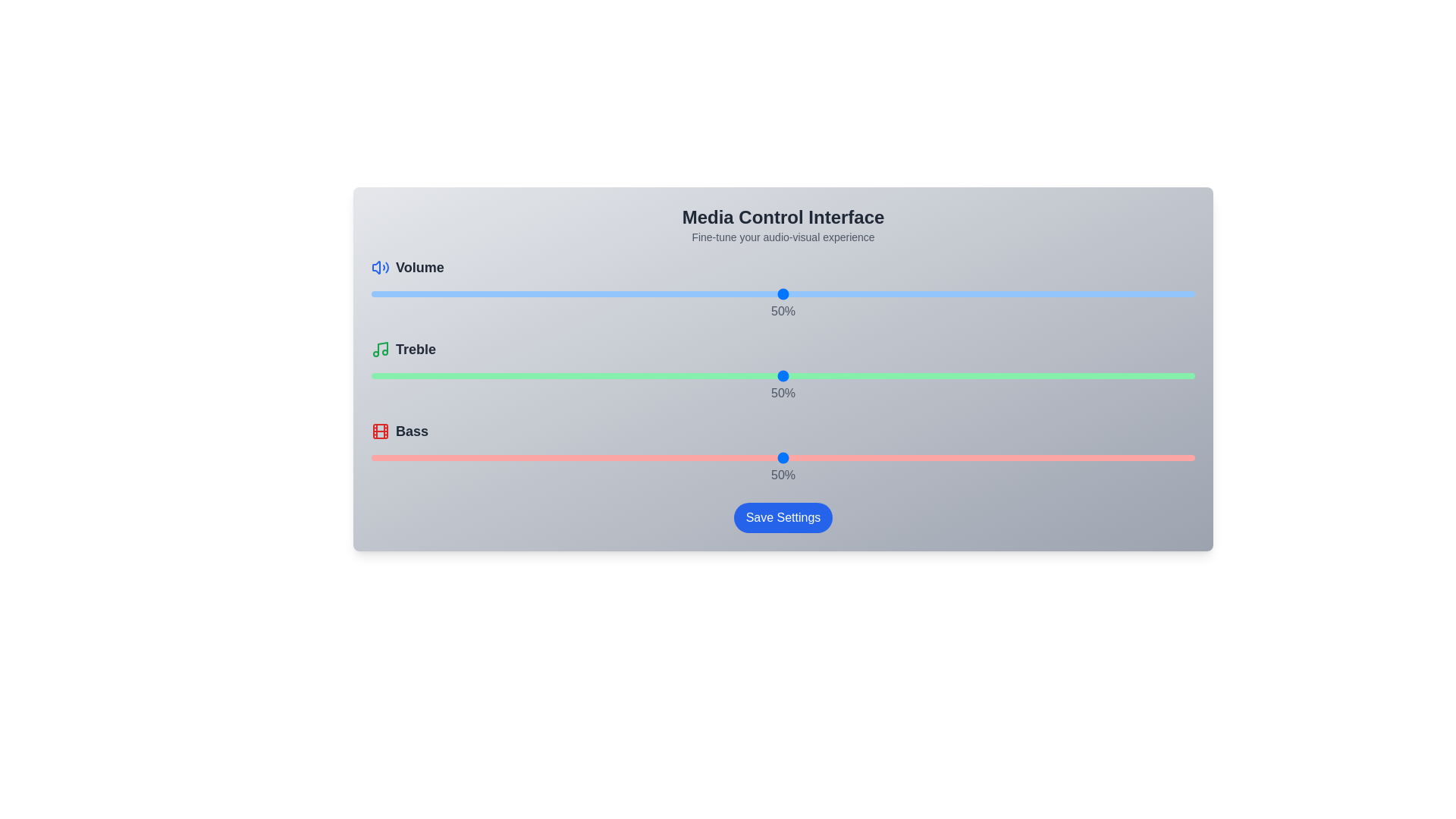  Describe the element at coordinates (381, 267) in the screenshot. I see `the decorative volume control icon located next to the 'Volume' label in the top-left section of the interface` at that location.